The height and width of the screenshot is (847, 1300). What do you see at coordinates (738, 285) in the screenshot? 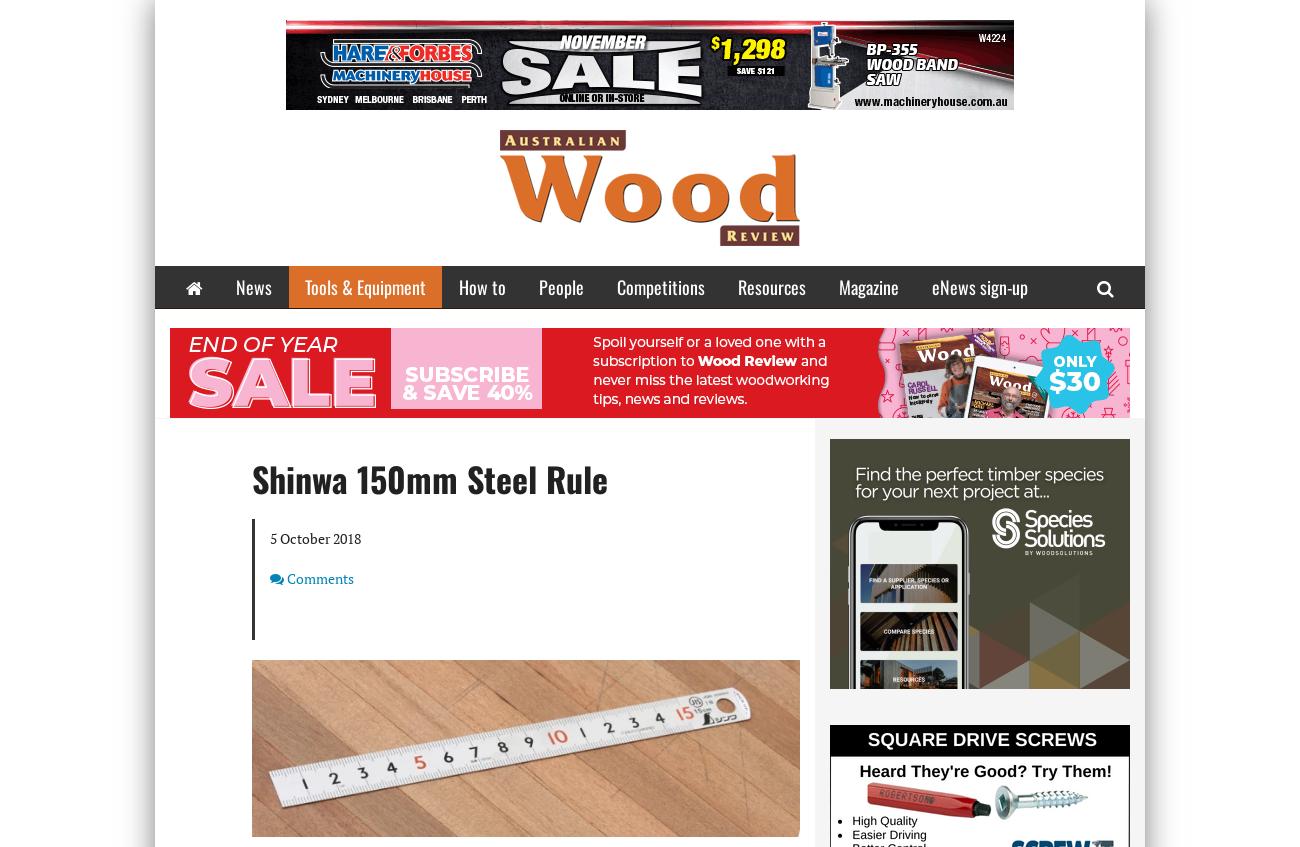
I see `'Resources'` at bounding box center [738, 285].